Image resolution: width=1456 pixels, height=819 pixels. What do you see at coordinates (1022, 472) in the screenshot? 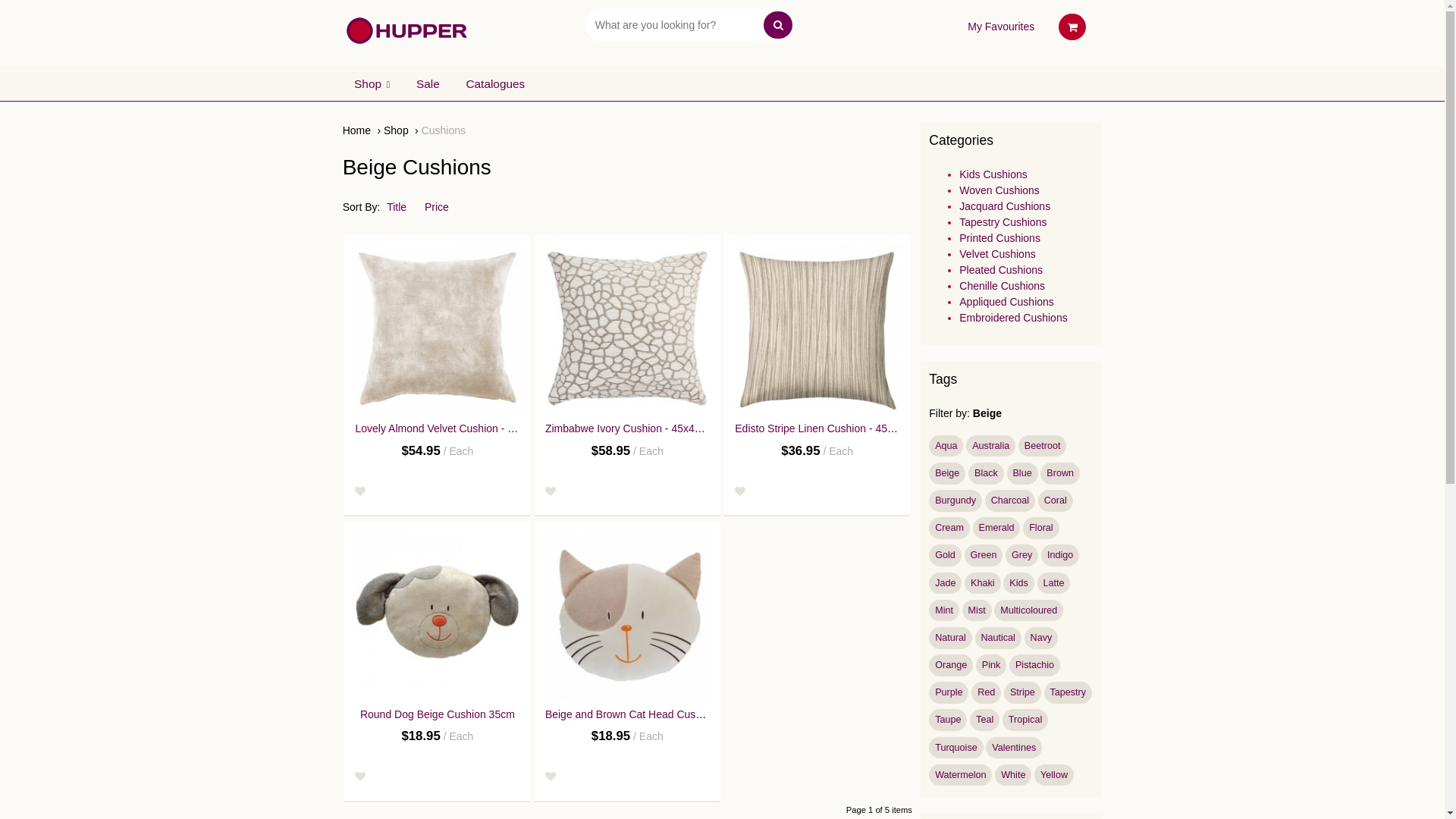
I see `'Blue'` at bounding box center [1022, 472].